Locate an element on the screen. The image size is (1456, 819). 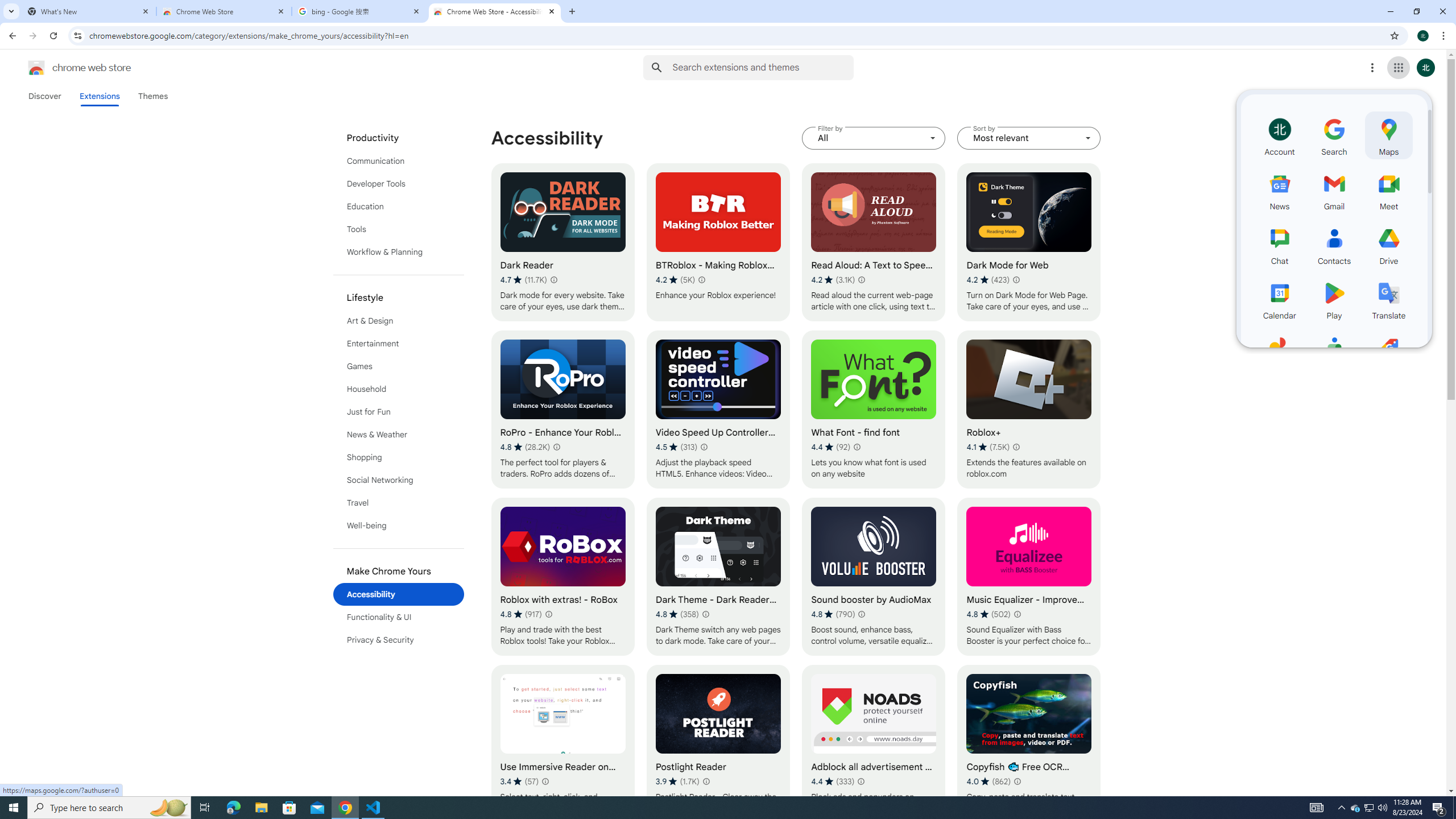
'Entertainment' is located at coordinates (399, 344).